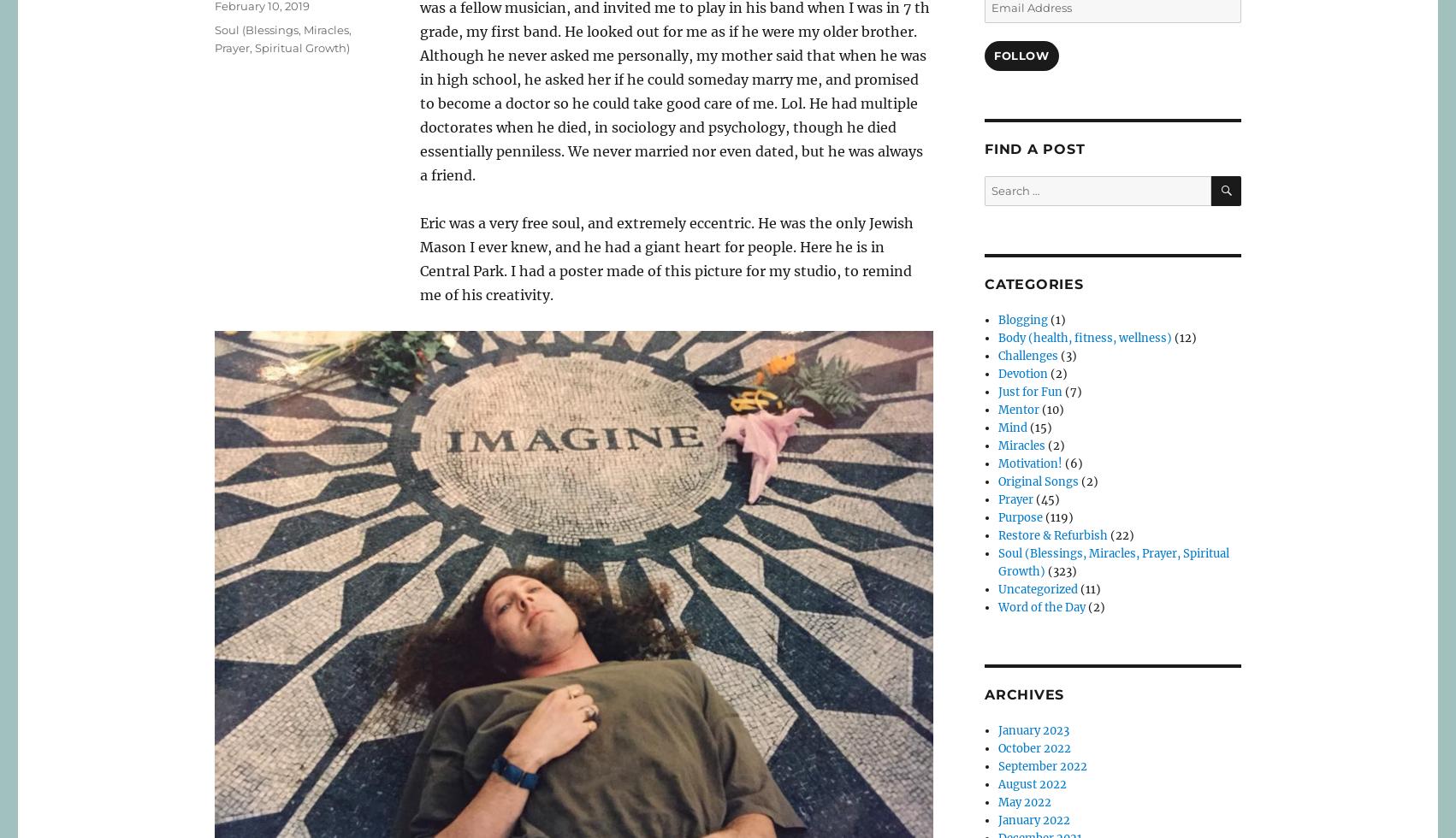 The height and width of the screenshot is (838, 1456). Describe the element at coordinates (1039, 410) in the screenshot. I see `'(10)'` at that location.